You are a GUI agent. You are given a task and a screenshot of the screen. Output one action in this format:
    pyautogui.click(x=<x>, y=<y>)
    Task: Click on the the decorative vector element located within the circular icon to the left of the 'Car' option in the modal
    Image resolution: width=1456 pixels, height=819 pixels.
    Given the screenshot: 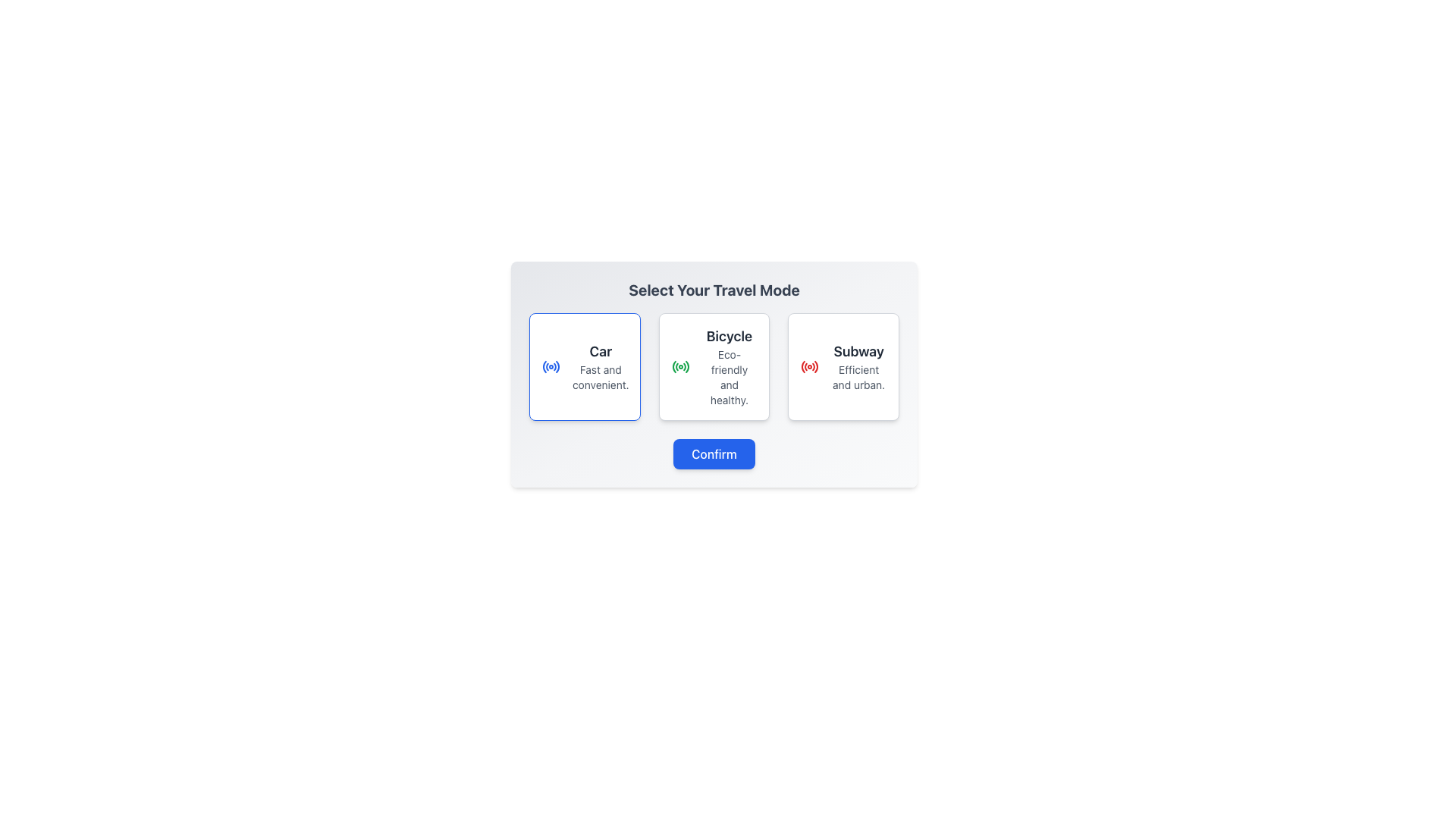 What is the action you would take?
    pyautogui.click(x=673, y=366)
    